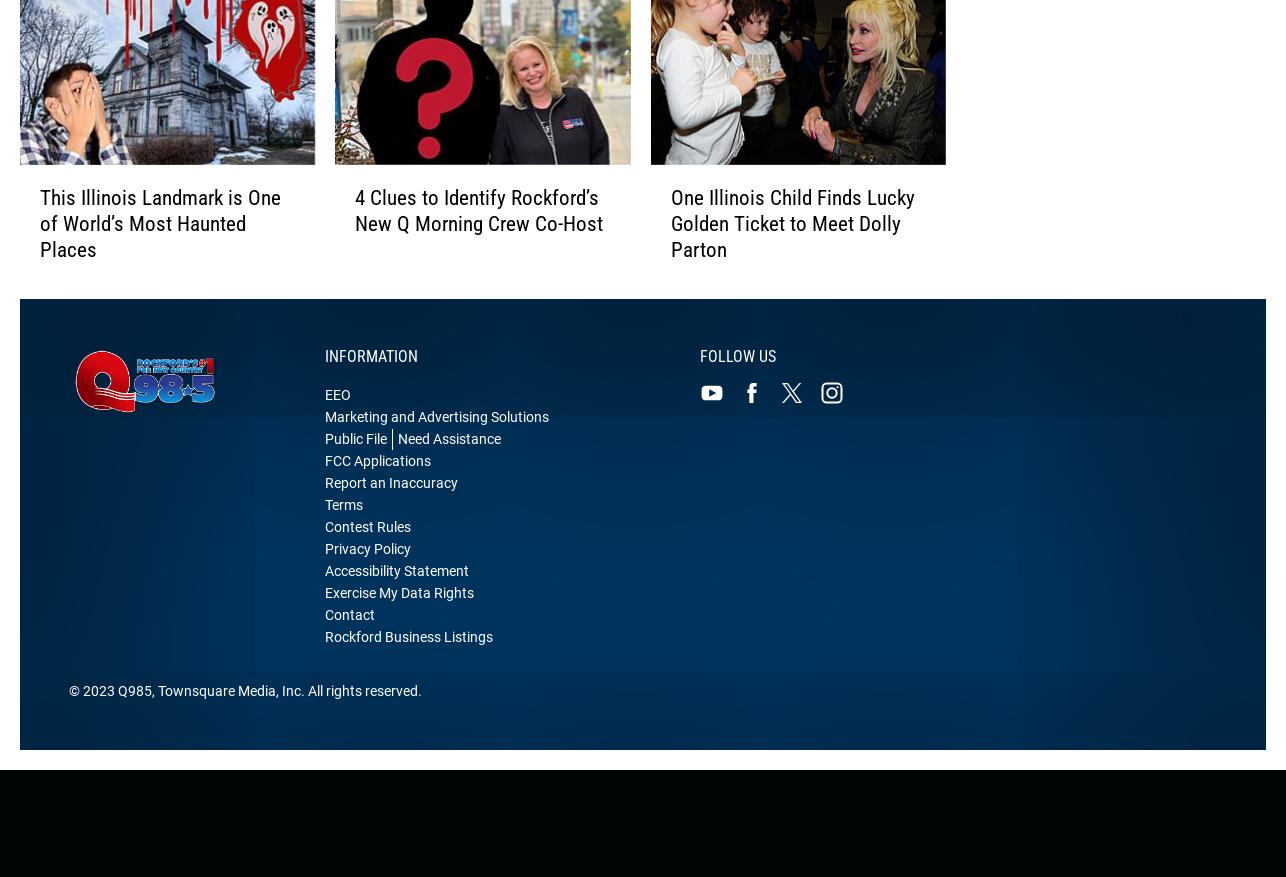 This screenshot has width=1286, height=877. What do you see at coordinates (448, 461) in the screenshot?
I see `'Need Assistance'` at bounding box center [448, 461].